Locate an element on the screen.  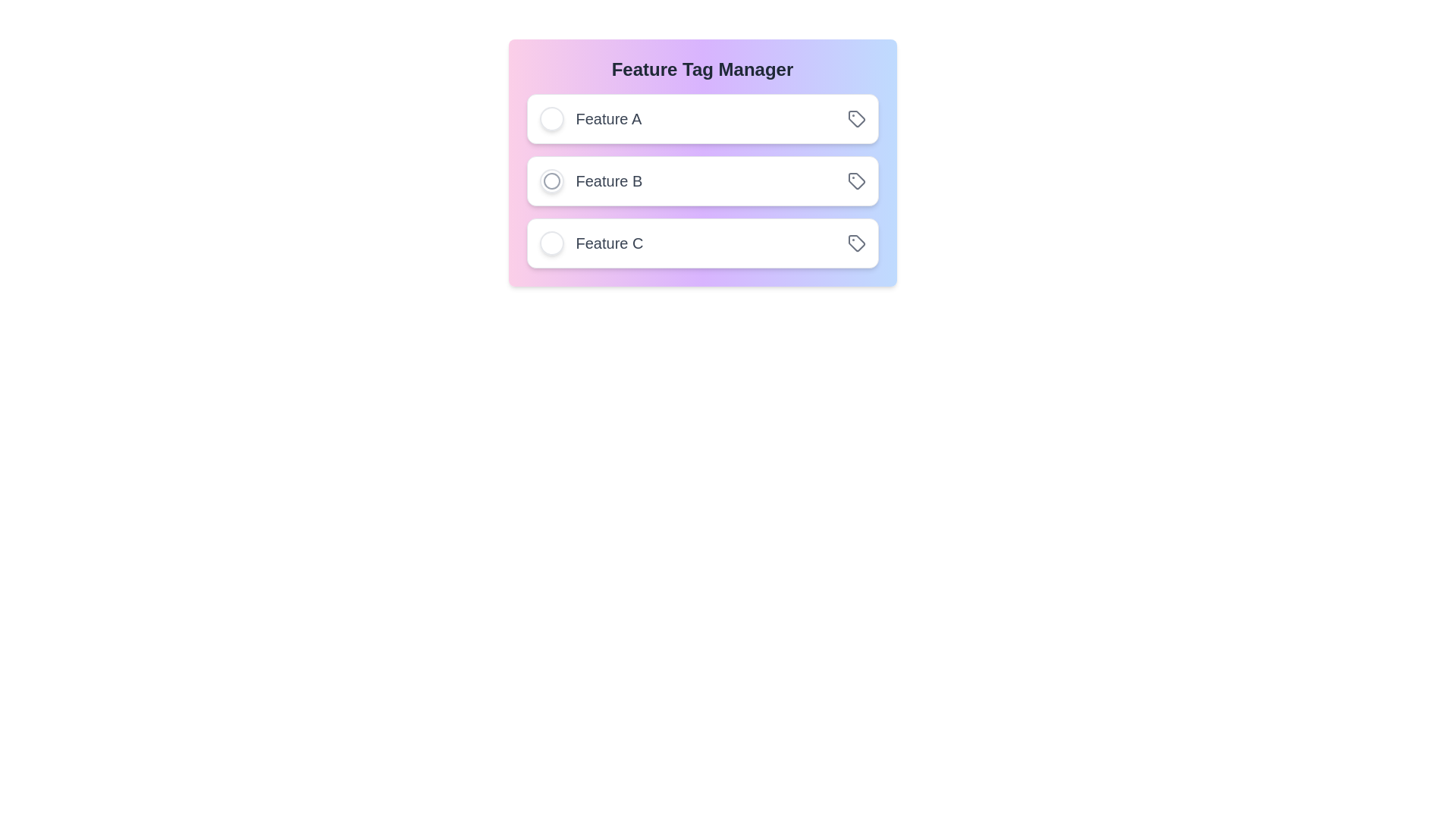
the tag-like button with a gray color that scales slightly when hovered, located to the far-right of 'Feature C' is located at coordinates (856, 242).